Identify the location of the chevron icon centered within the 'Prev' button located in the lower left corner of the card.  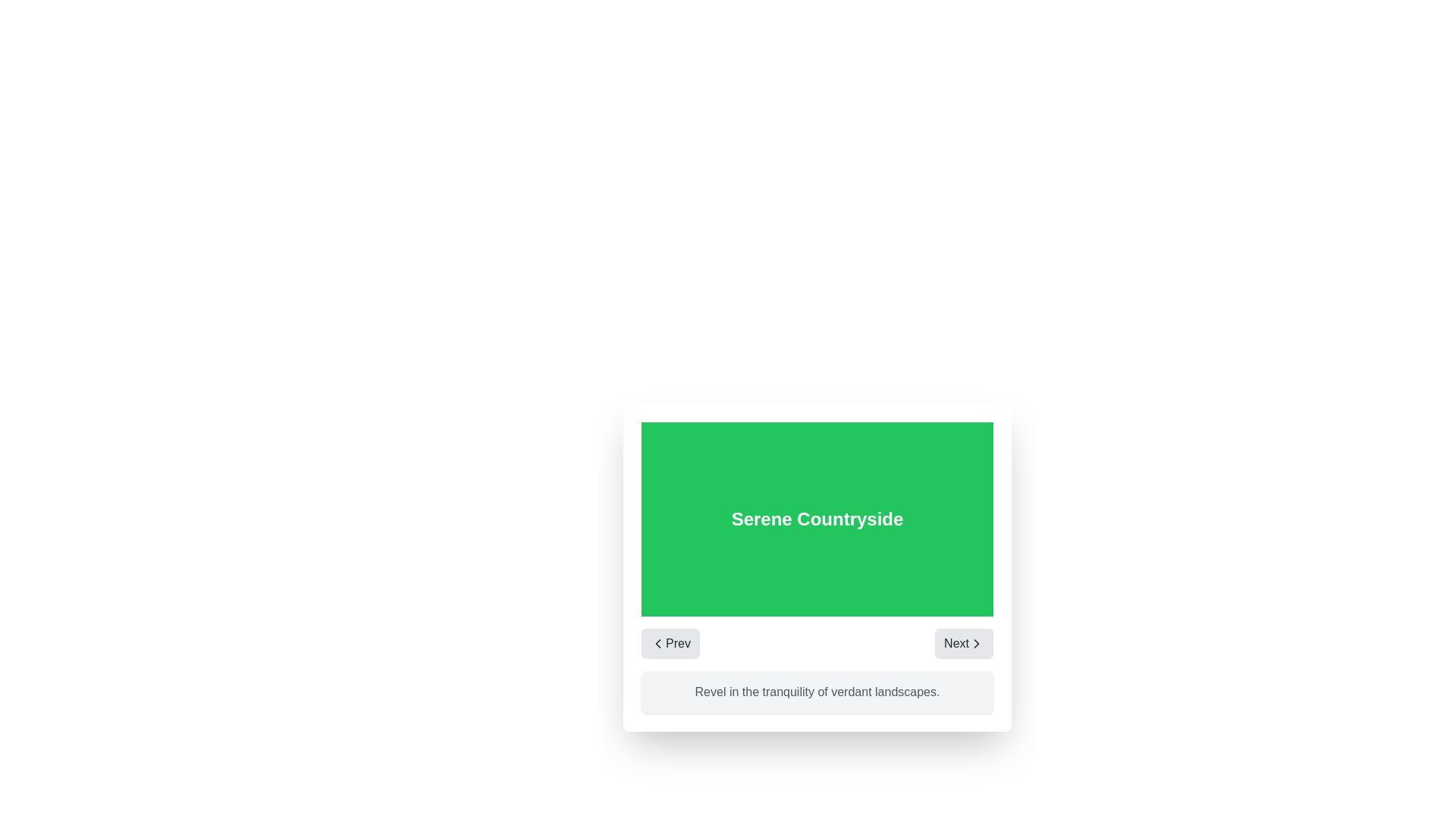
(658, 643).